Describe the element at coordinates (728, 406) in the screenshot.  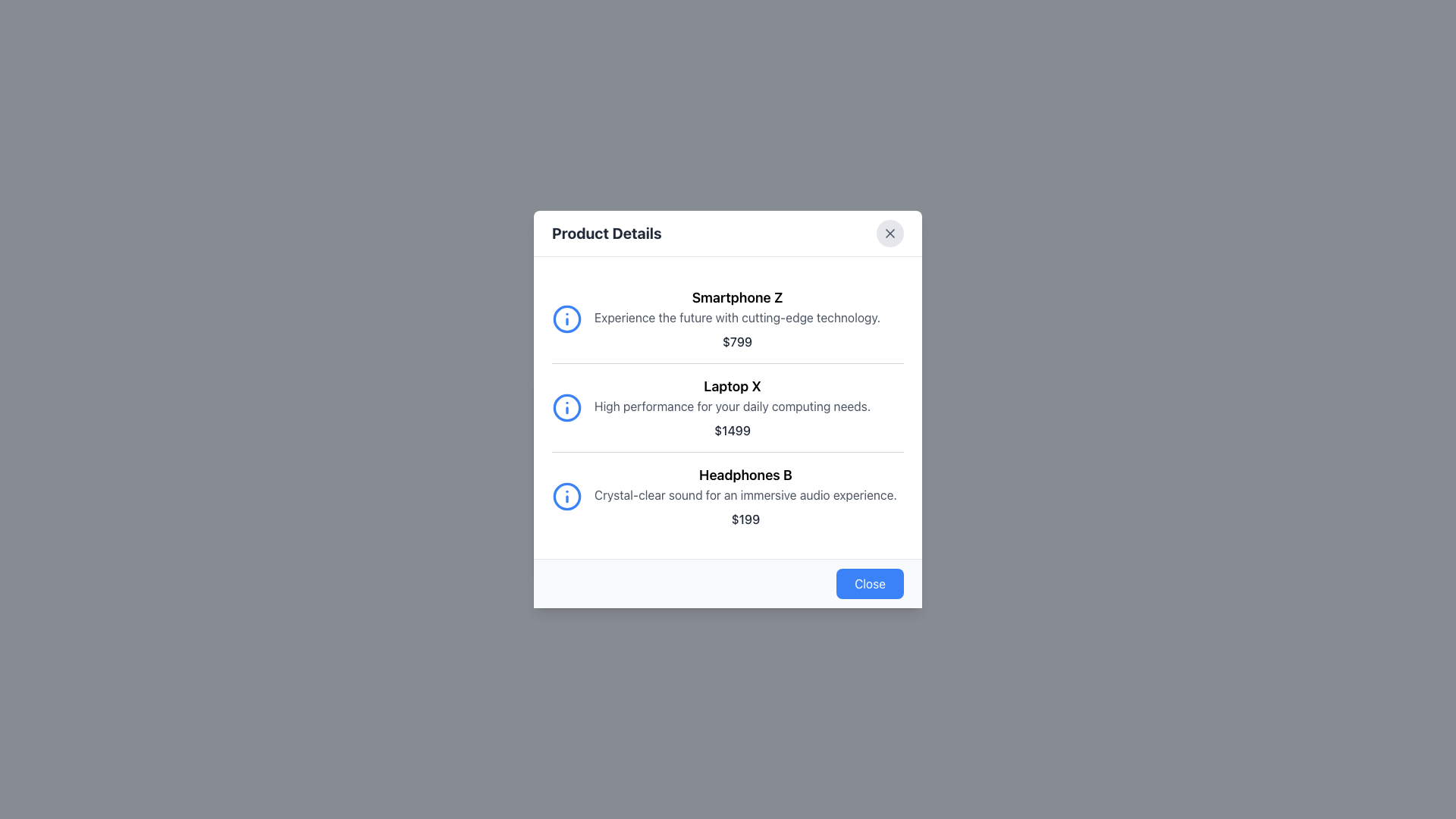
I see `the Product Information Display for Laptop X` at that location.